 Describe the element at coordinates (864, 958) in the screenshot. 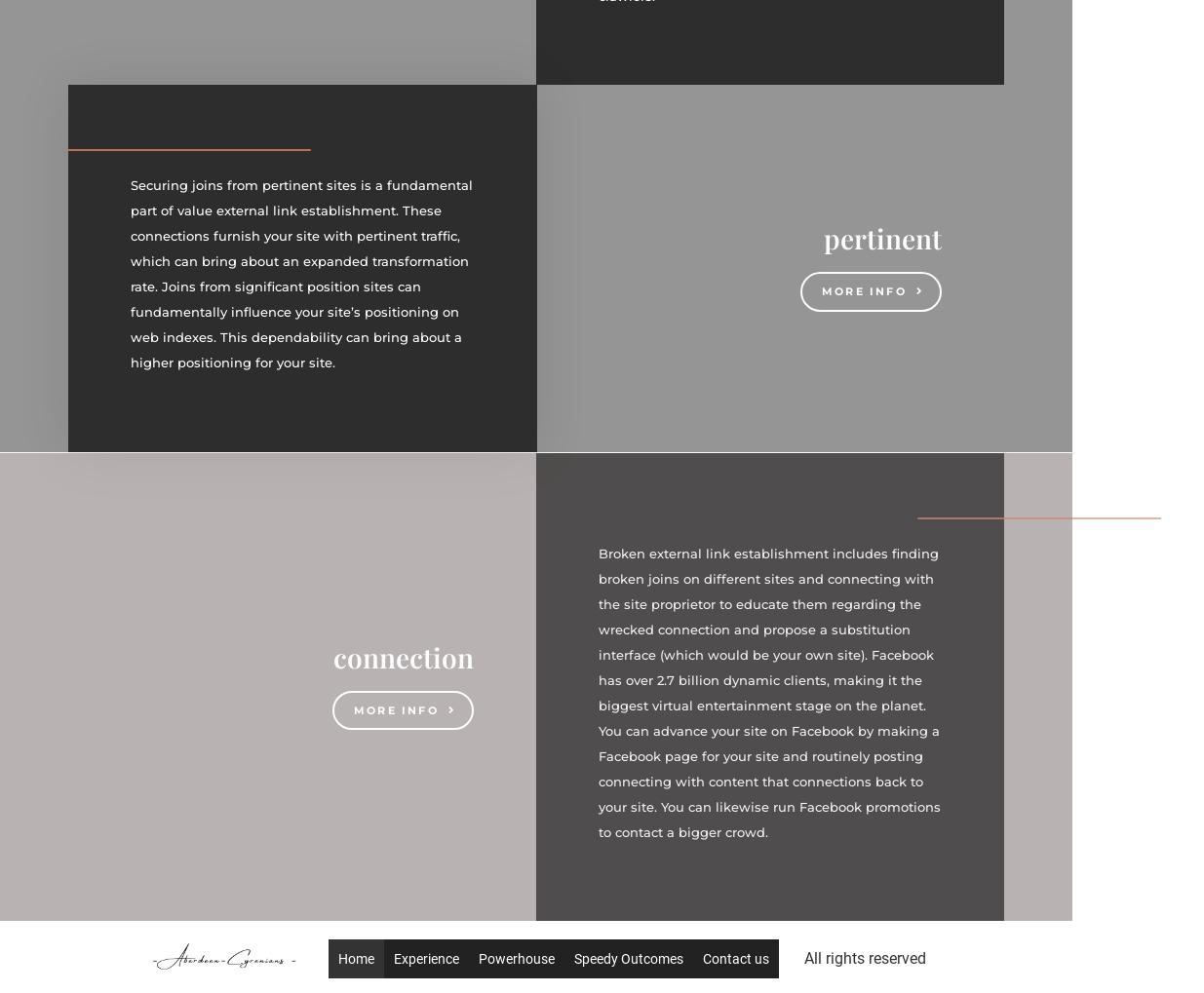

I see `'All rights reserved'` at that location.